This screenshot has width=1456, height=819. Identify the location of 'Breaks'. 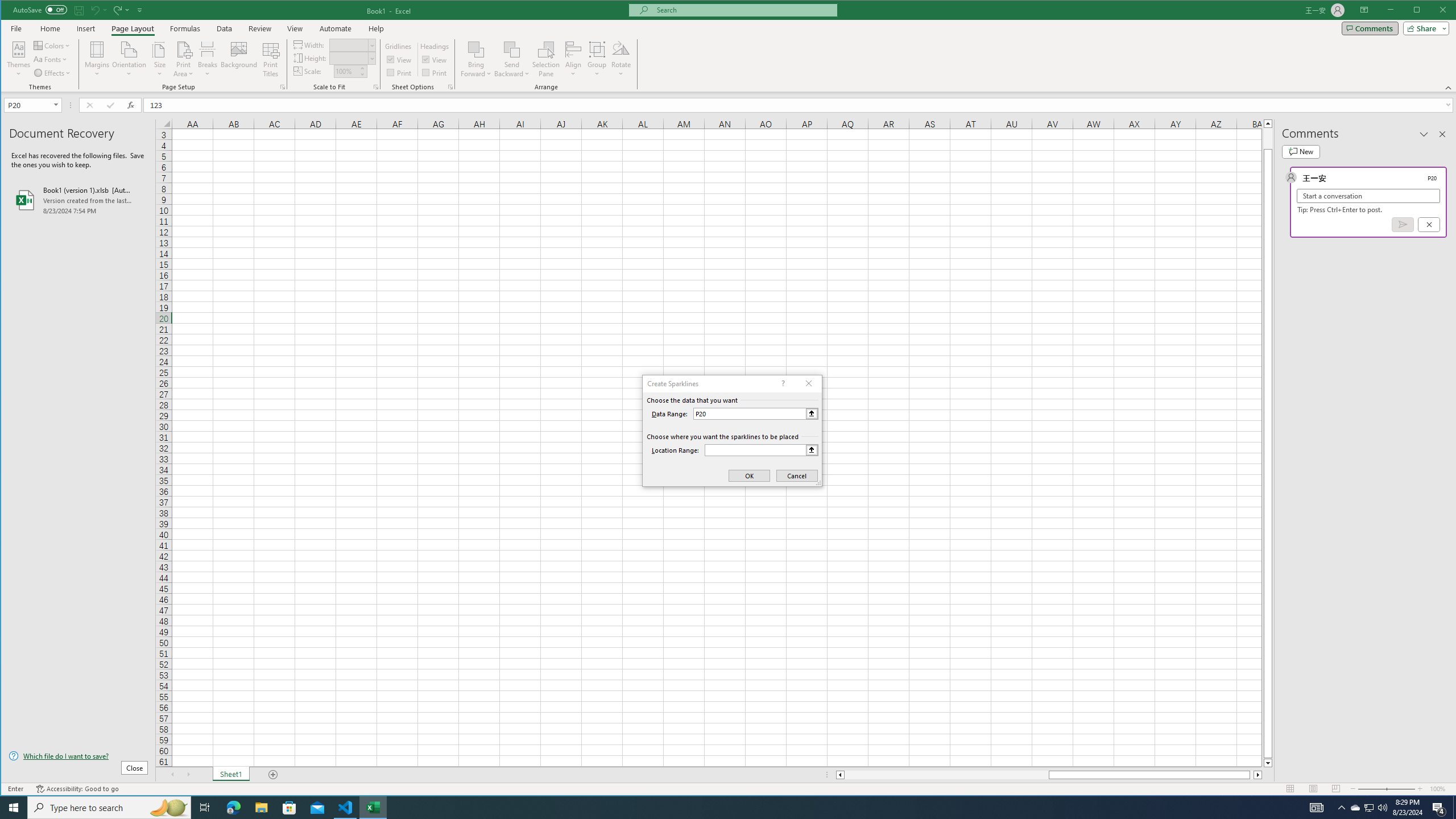
(206, 59).